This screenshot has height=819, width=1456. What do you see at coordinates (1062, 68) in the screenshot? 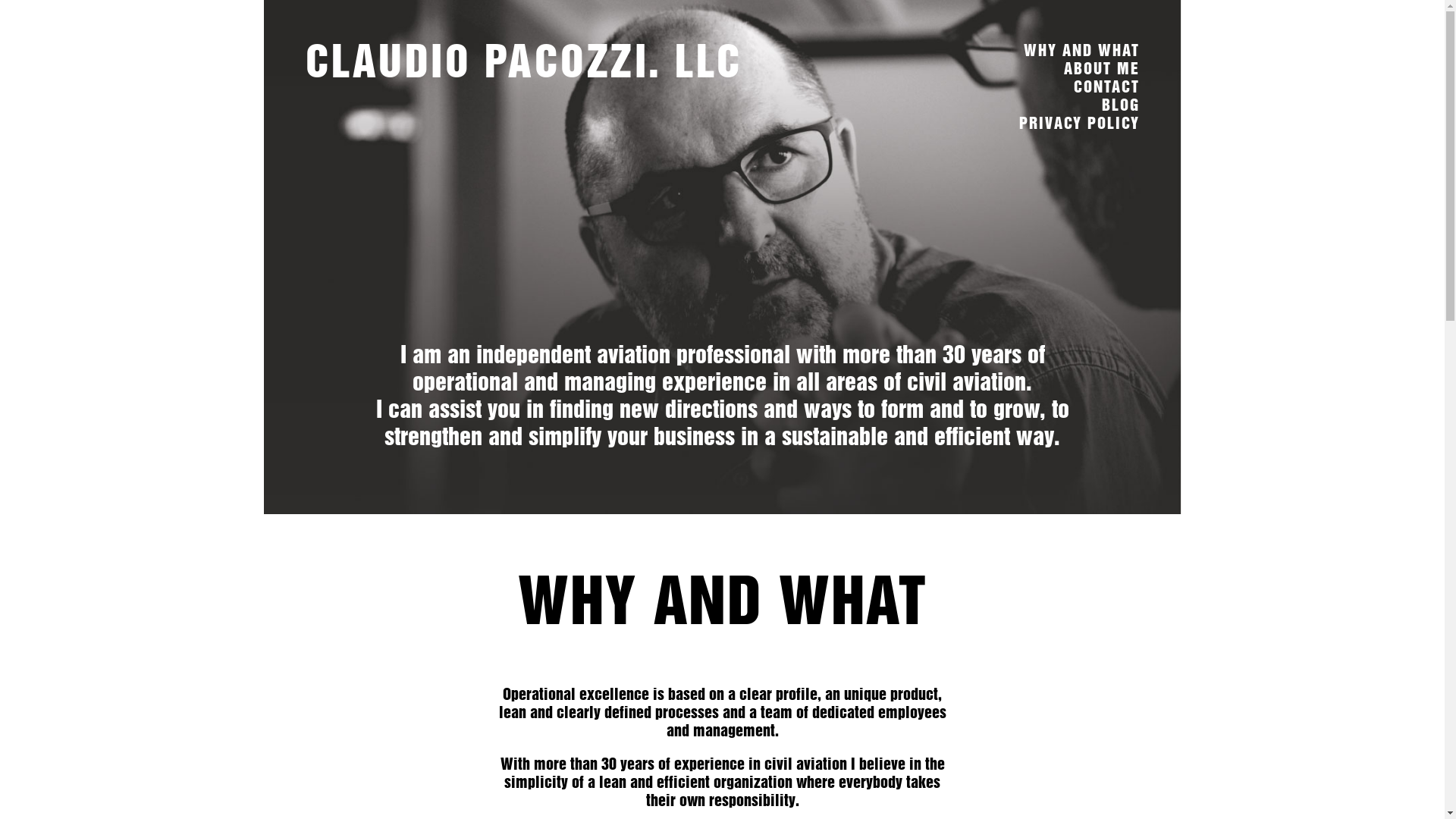
I see `'ABOUT ME'` at bounding box center [1062, 68].